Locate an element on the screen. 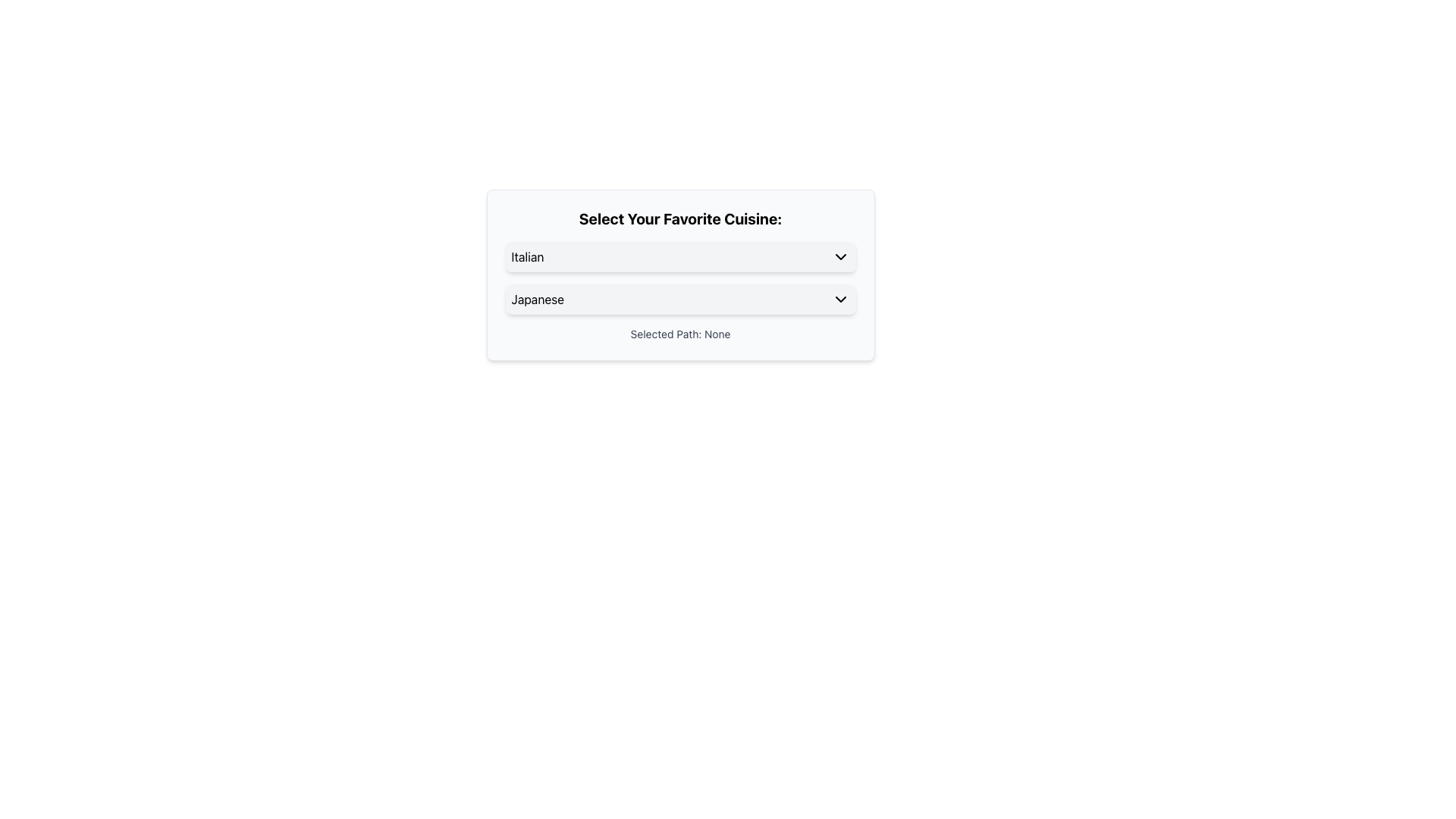 This screenshot has width=1456, height=819. the 'Japanese' dropdown button, which is the second element in a vertically stacked group of dropdowns with a light gray background and rounded corners is located at coordinates (679, 299).